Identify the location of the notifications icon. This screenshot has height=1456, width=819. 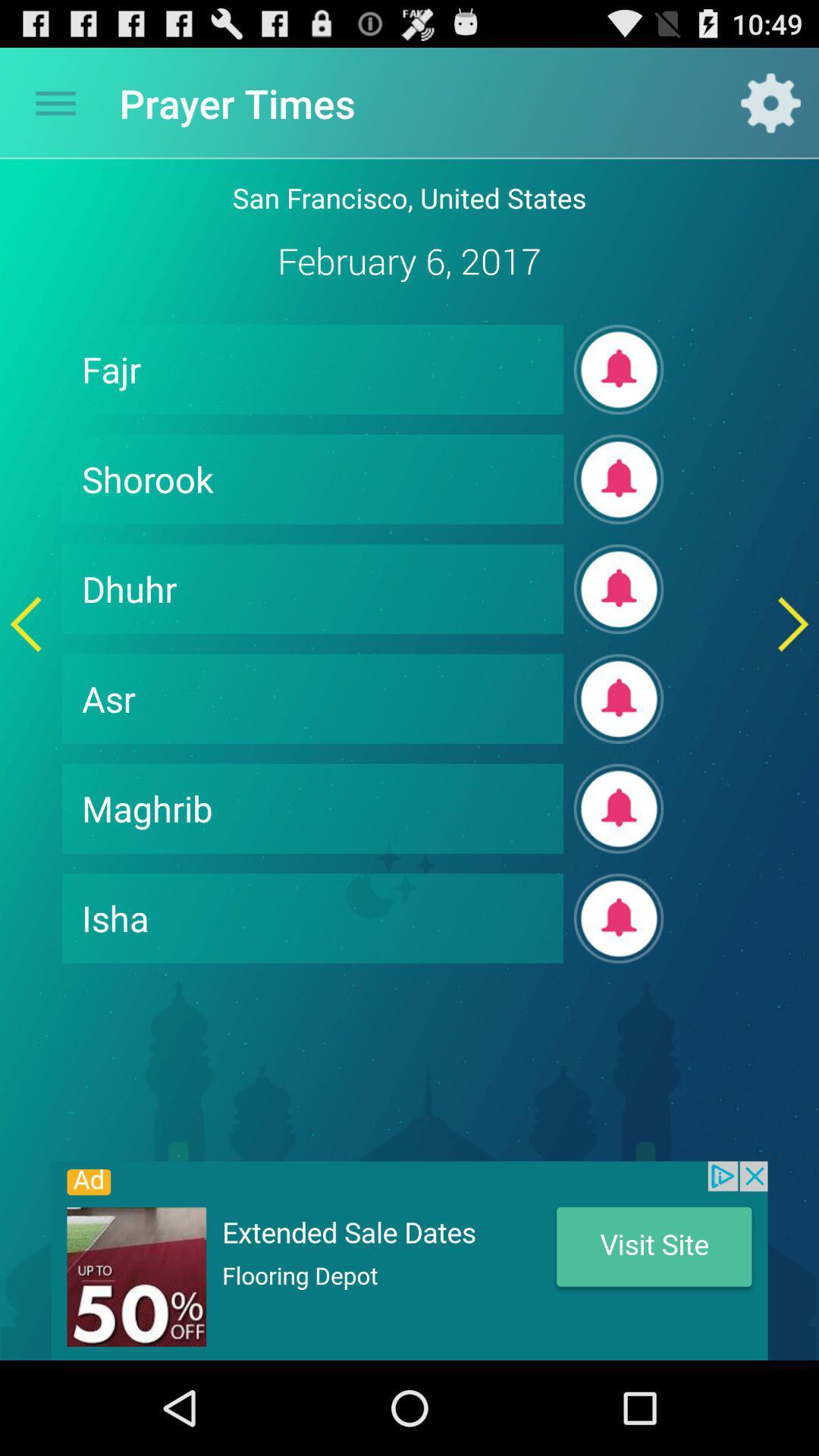
(619, 395).